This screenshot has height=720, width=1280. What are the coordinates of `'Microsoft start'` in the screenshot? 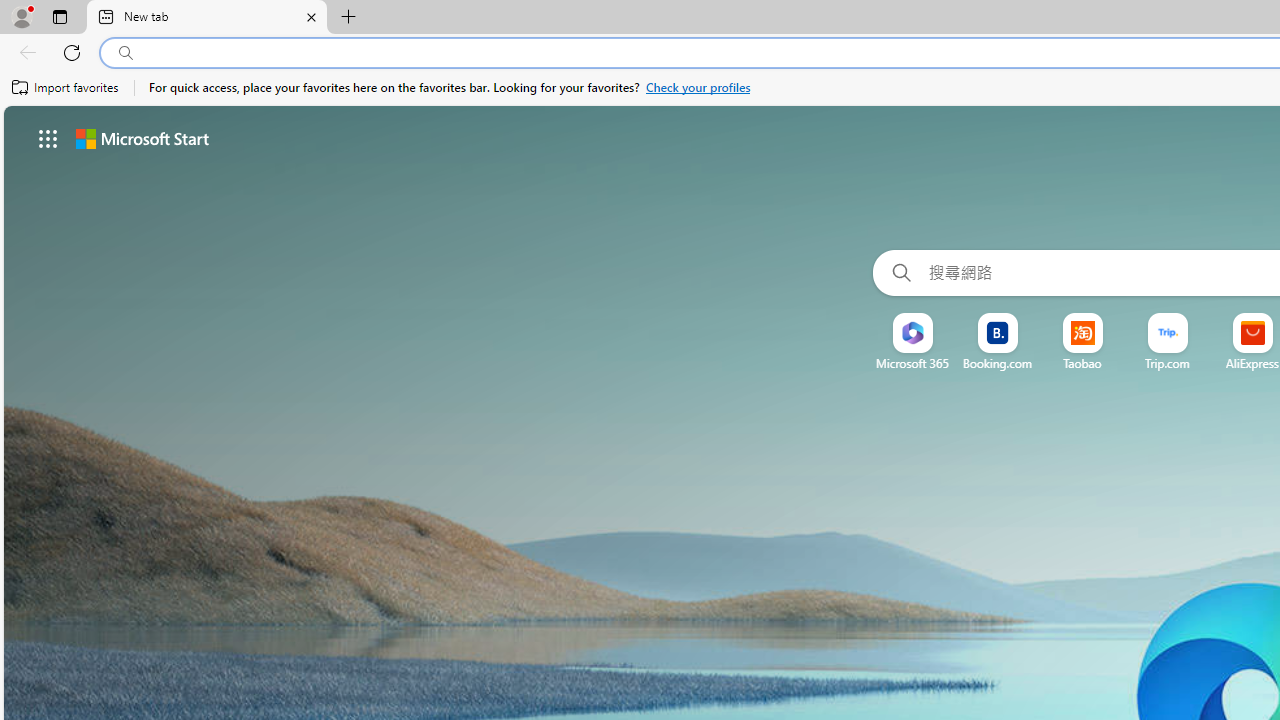 It's located at (141, 137).